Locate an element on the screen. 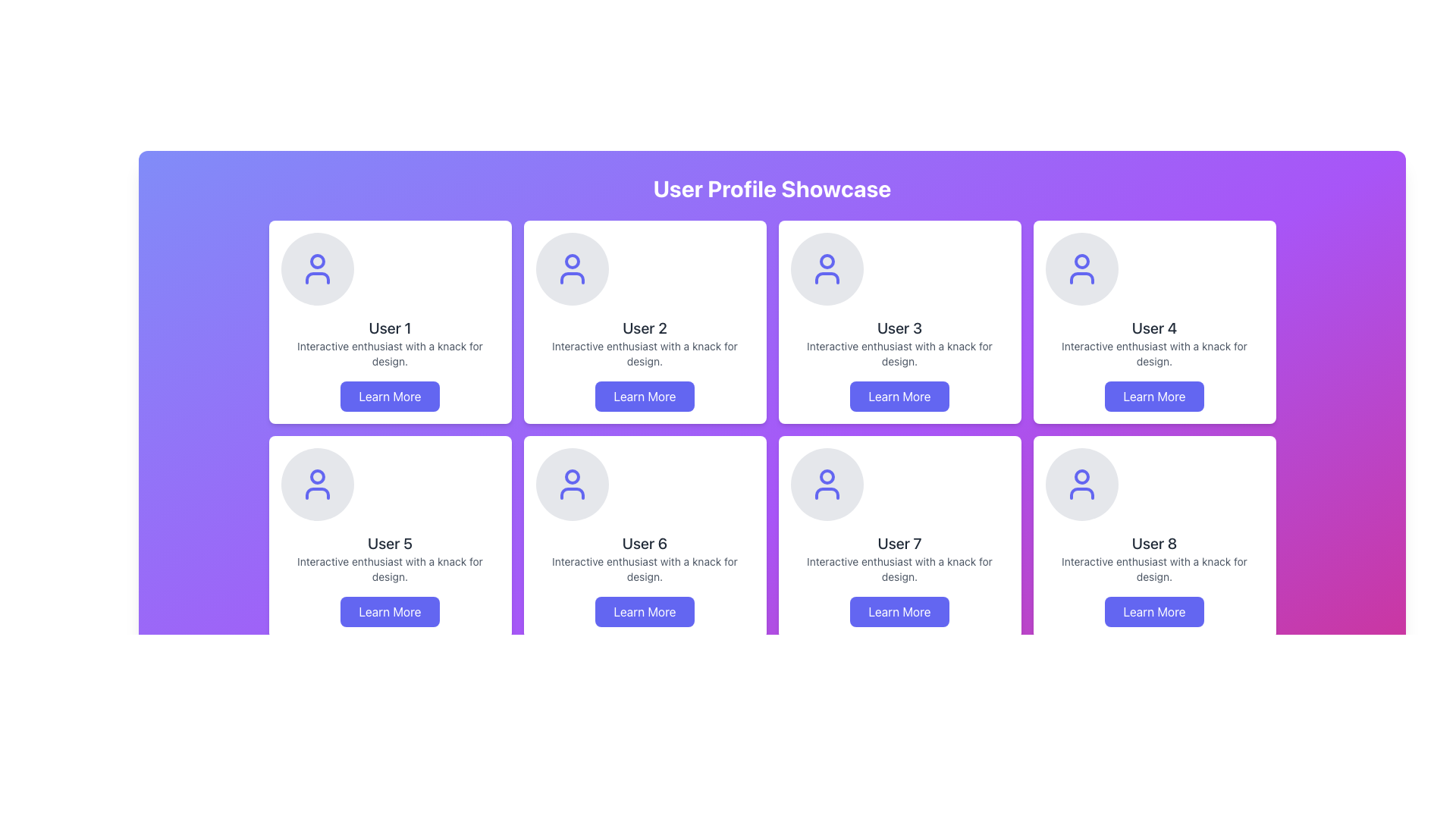 This screenshot has width=1456, height=819. the user profile SVG icon, which is a circular head and shoulders silhouette in vibrant indigo, located in the second row, second column of the grid layout above the 'User 6' card is located at coordinates (571, 485).